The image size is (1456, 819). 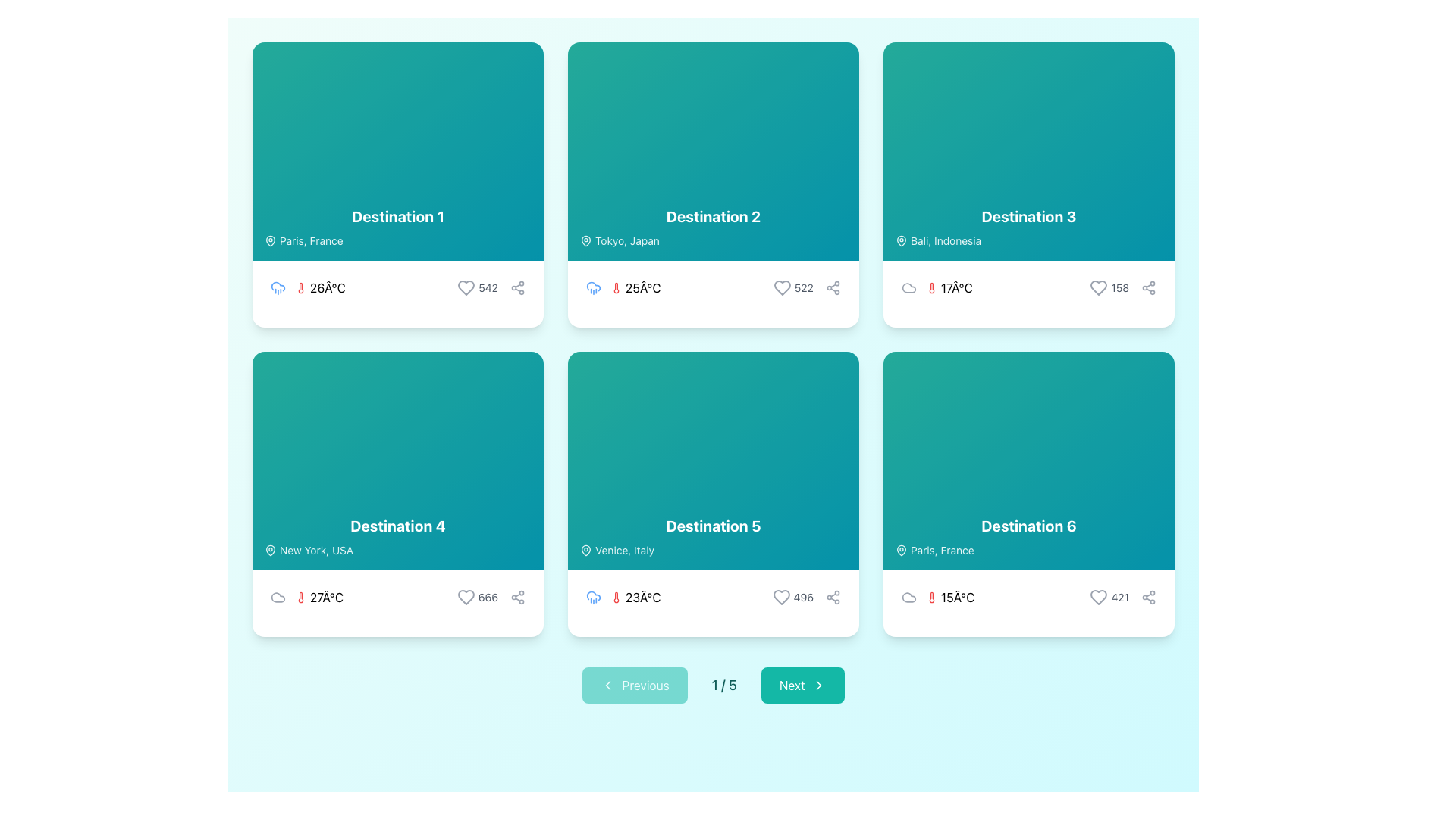 I want to click on the thermometer icon located in the 'Destination 4' card, positioned below the 'New York, USA' subtitle and left of the temperature value '27°C', so click(x=301, y=596).